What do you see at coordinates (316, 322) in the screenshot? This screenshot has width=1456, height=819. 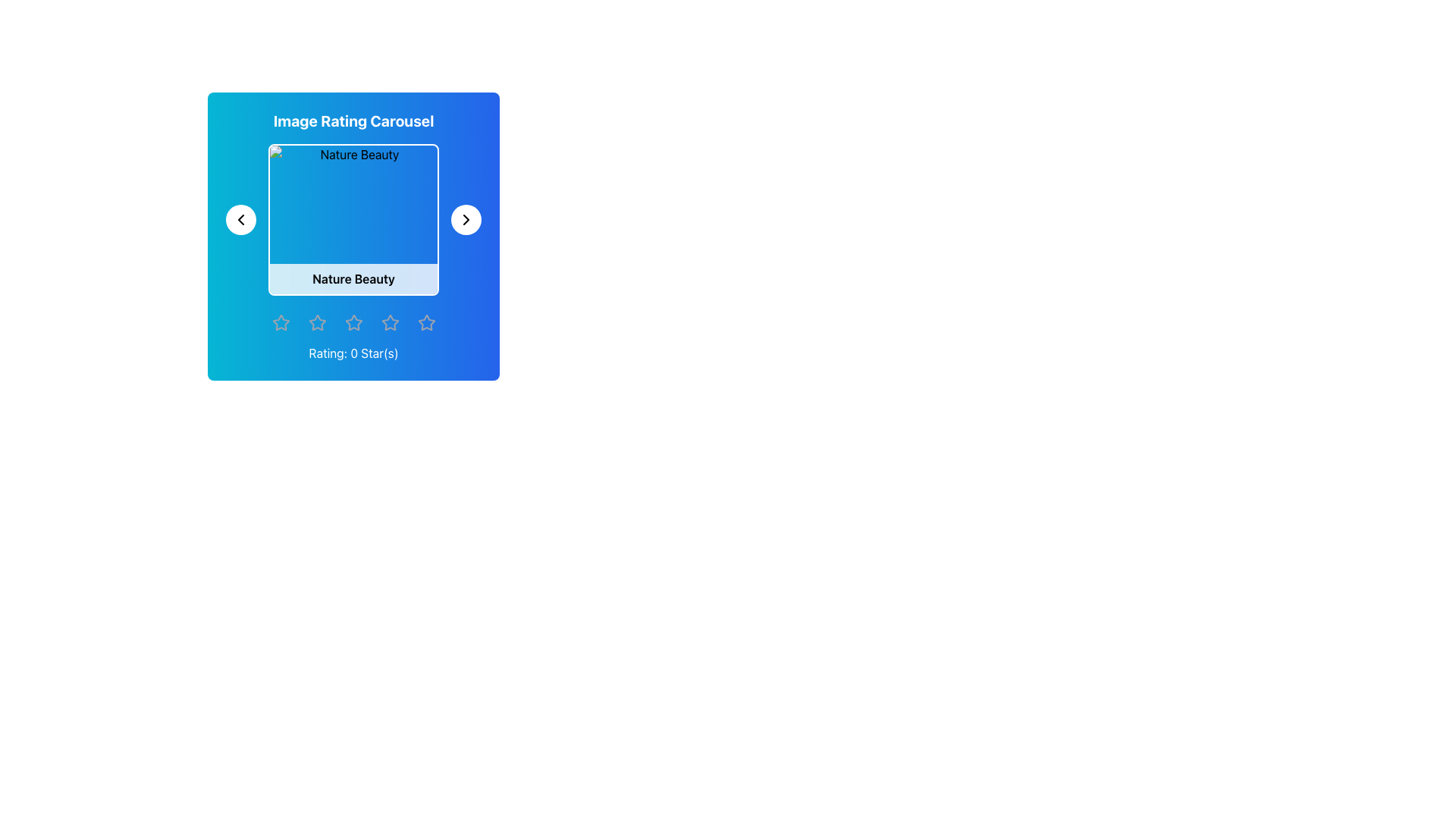 I see `the first star icon in the rating control group located below the 'Nature Beauty' image` at bounding box center [316, 322].